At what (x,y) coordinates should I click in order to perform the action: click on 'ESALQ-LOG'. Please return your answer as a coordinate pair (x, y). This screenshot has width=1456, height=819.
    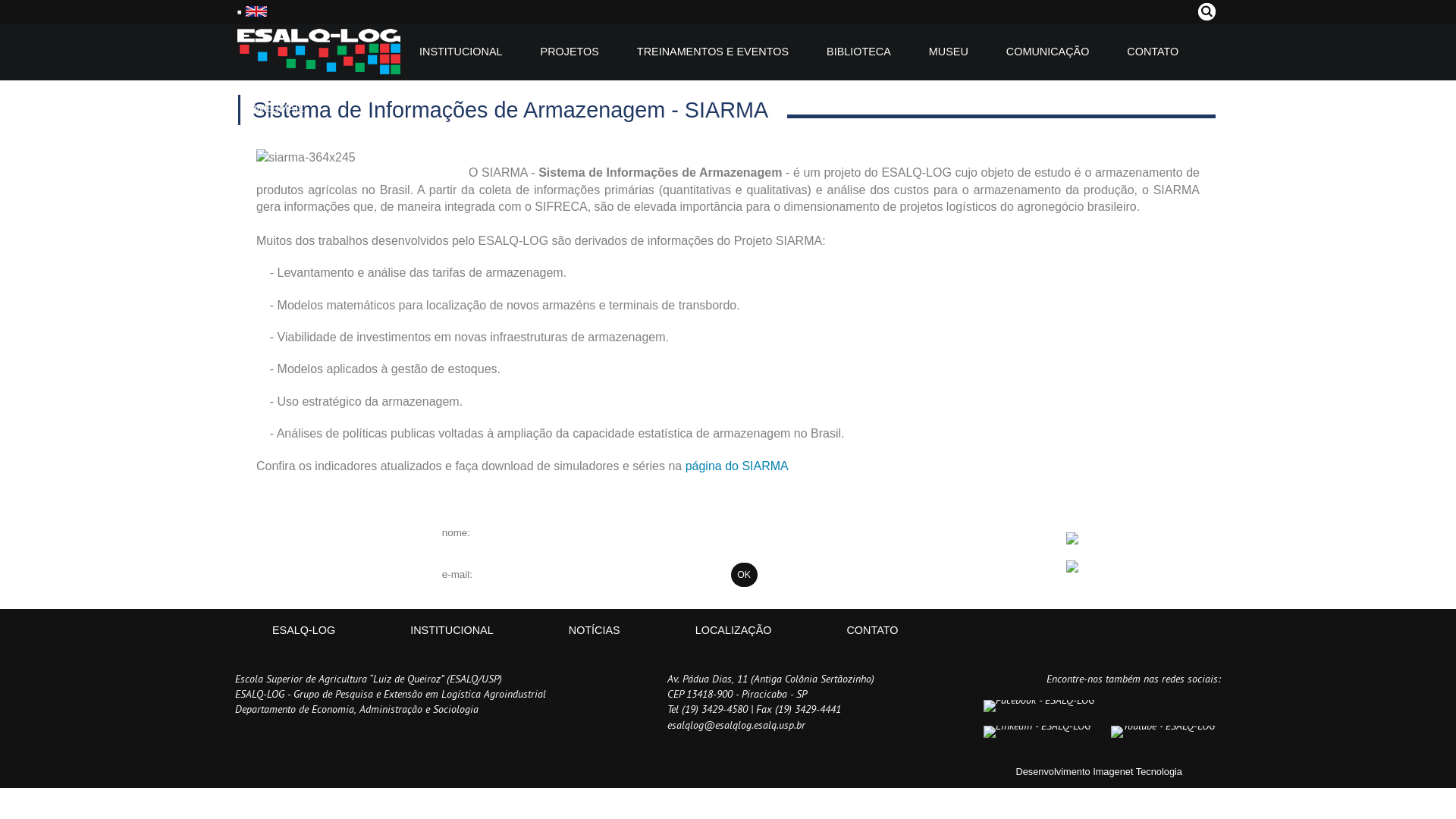
    Looking at the image, I should click on (318, 51).